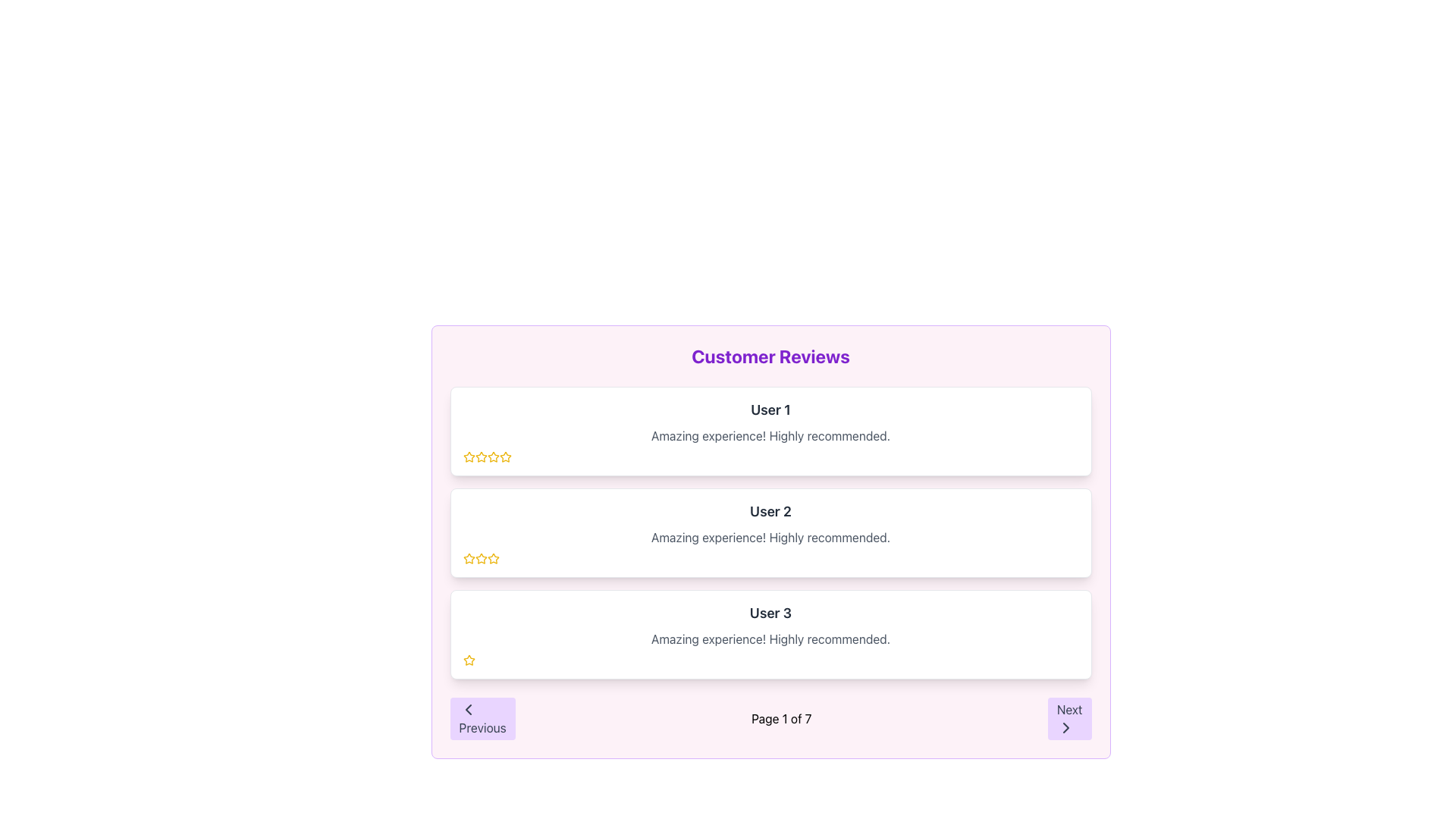 This screenshot has height=819, width=1456. I want to click on the third star icon in the first row of the 5-star rating system for 'User 1' review, so click(493, 456).